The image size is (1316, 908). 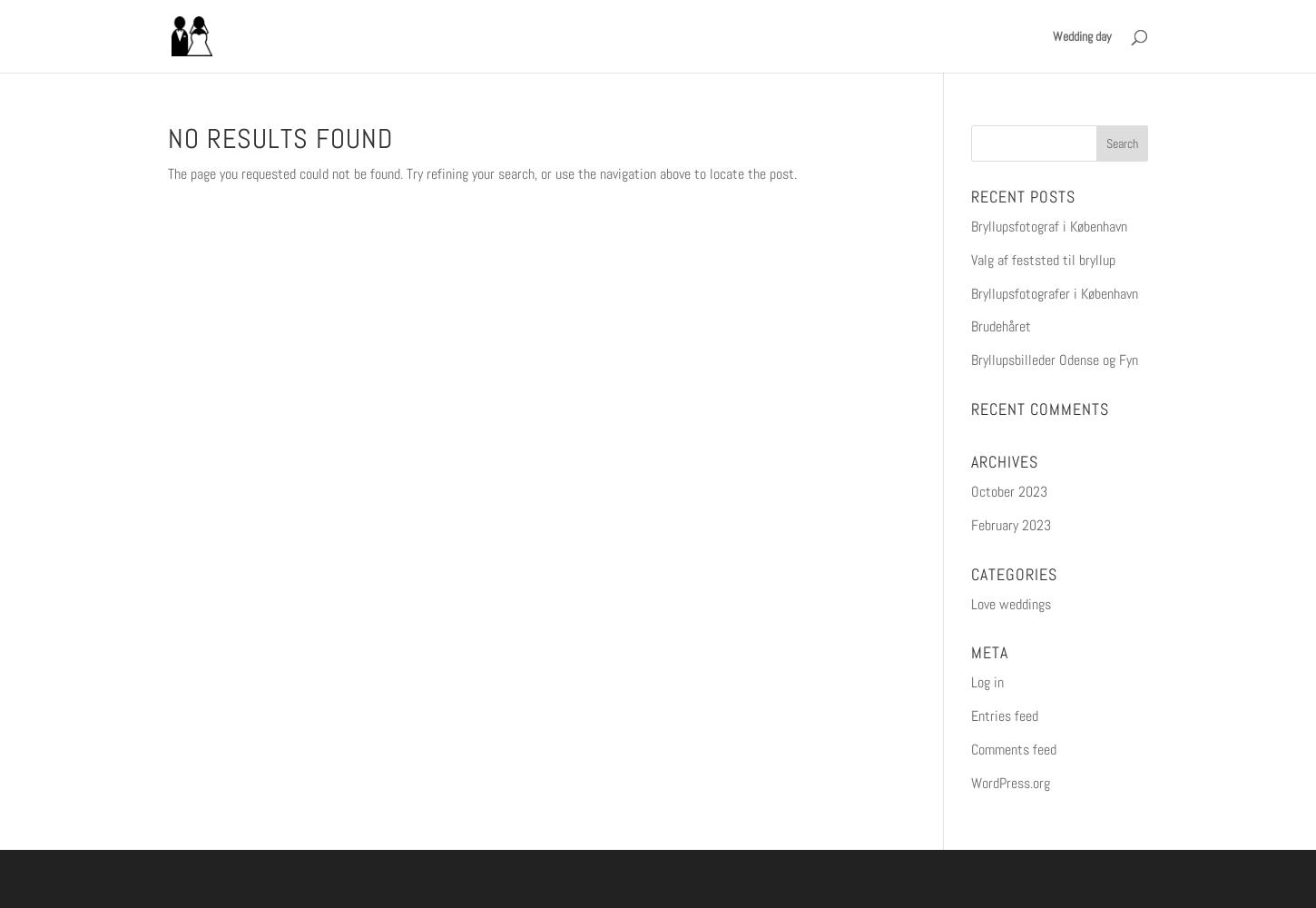 I want to click on 'February 2023', so click(x=1009, y=523).